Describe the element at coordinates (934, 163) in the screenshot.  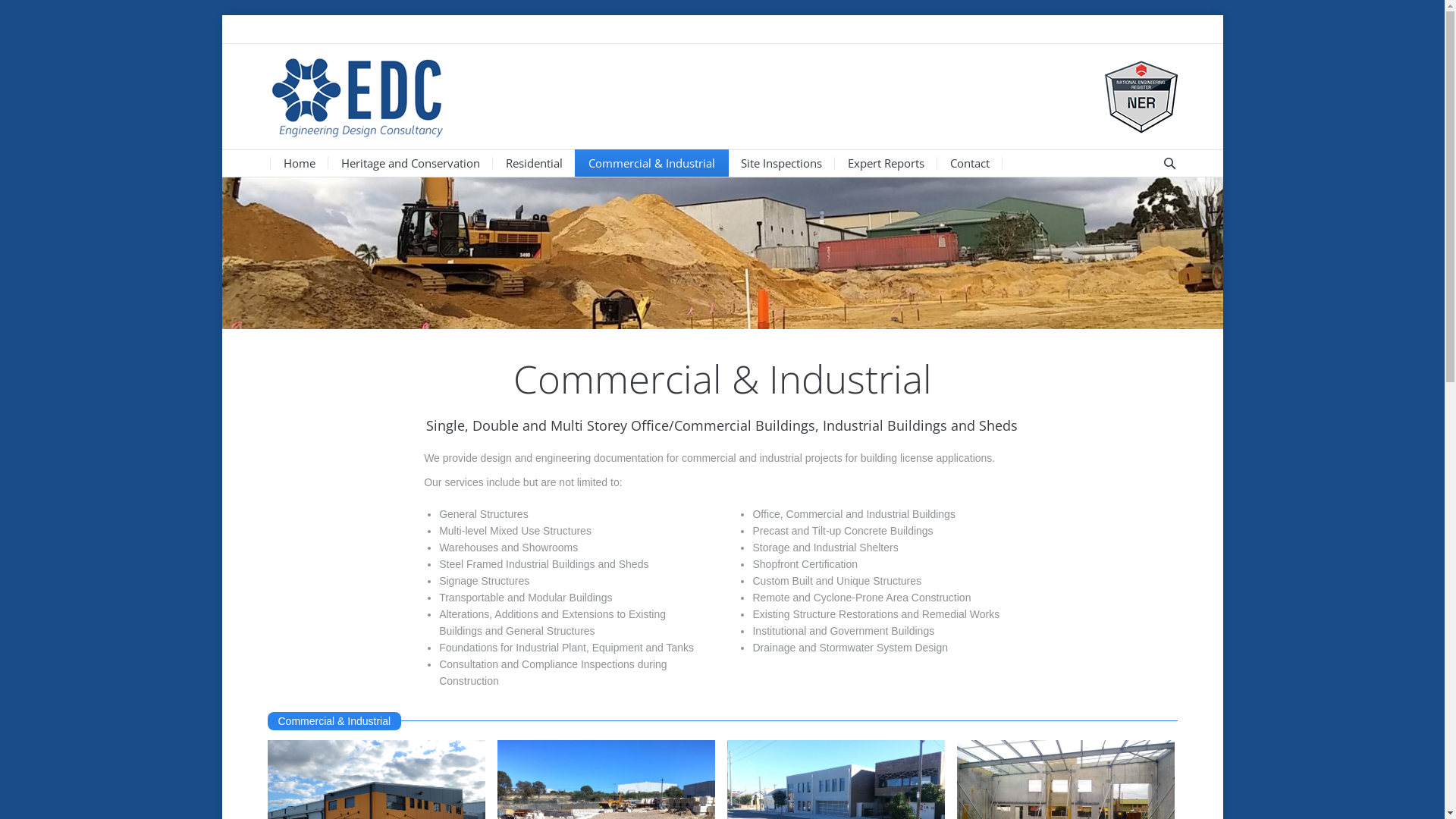
I see `'Contact'` at that location.